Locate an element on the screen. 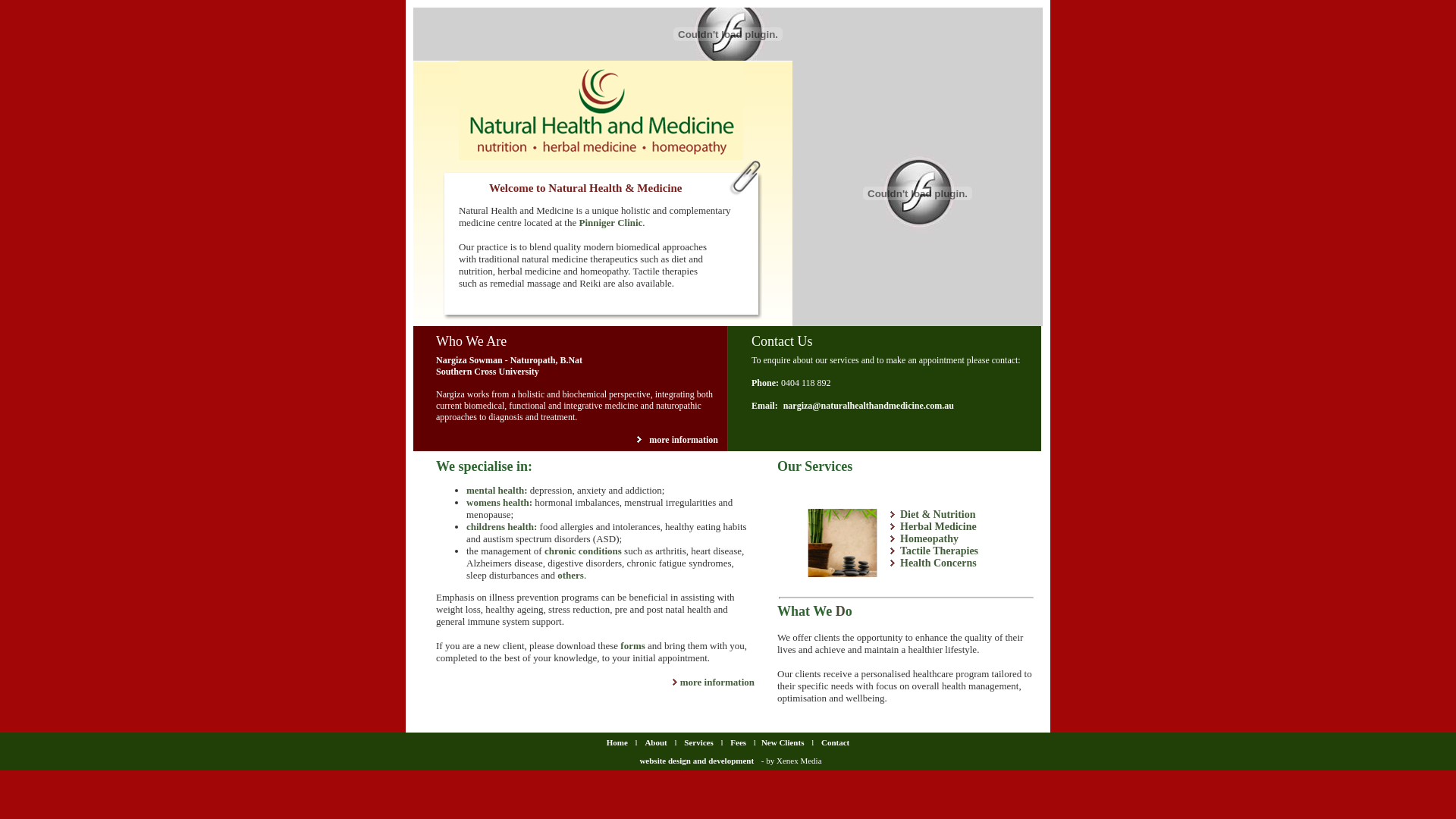 This screenshot has width=1456, height=819. 'Homeopathy' is located at coordinates (899, 538).